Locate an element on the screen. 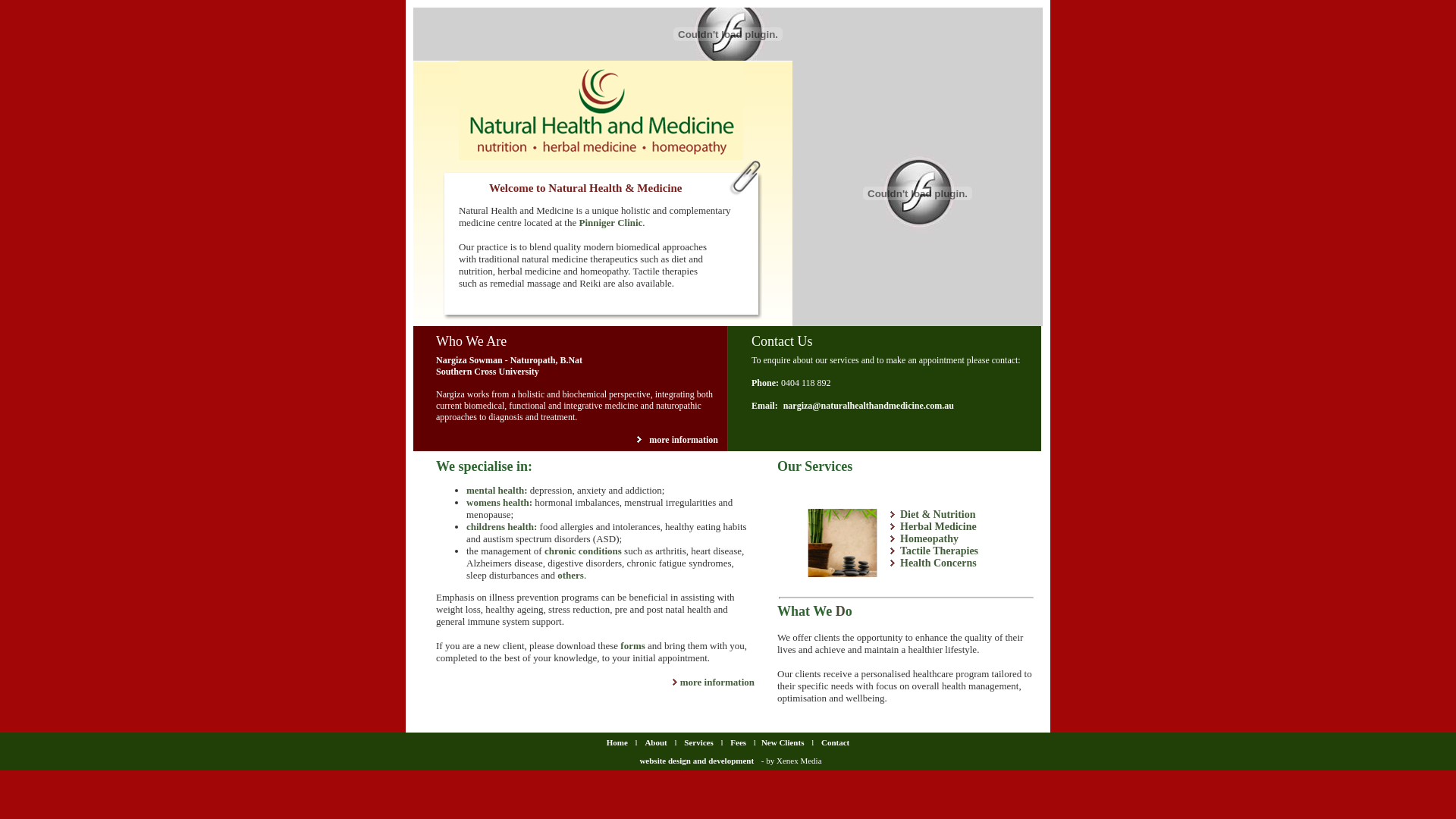 This screenshot has width=1456, height=819. 'Homeopathy' is located at coordinates (899, 538).